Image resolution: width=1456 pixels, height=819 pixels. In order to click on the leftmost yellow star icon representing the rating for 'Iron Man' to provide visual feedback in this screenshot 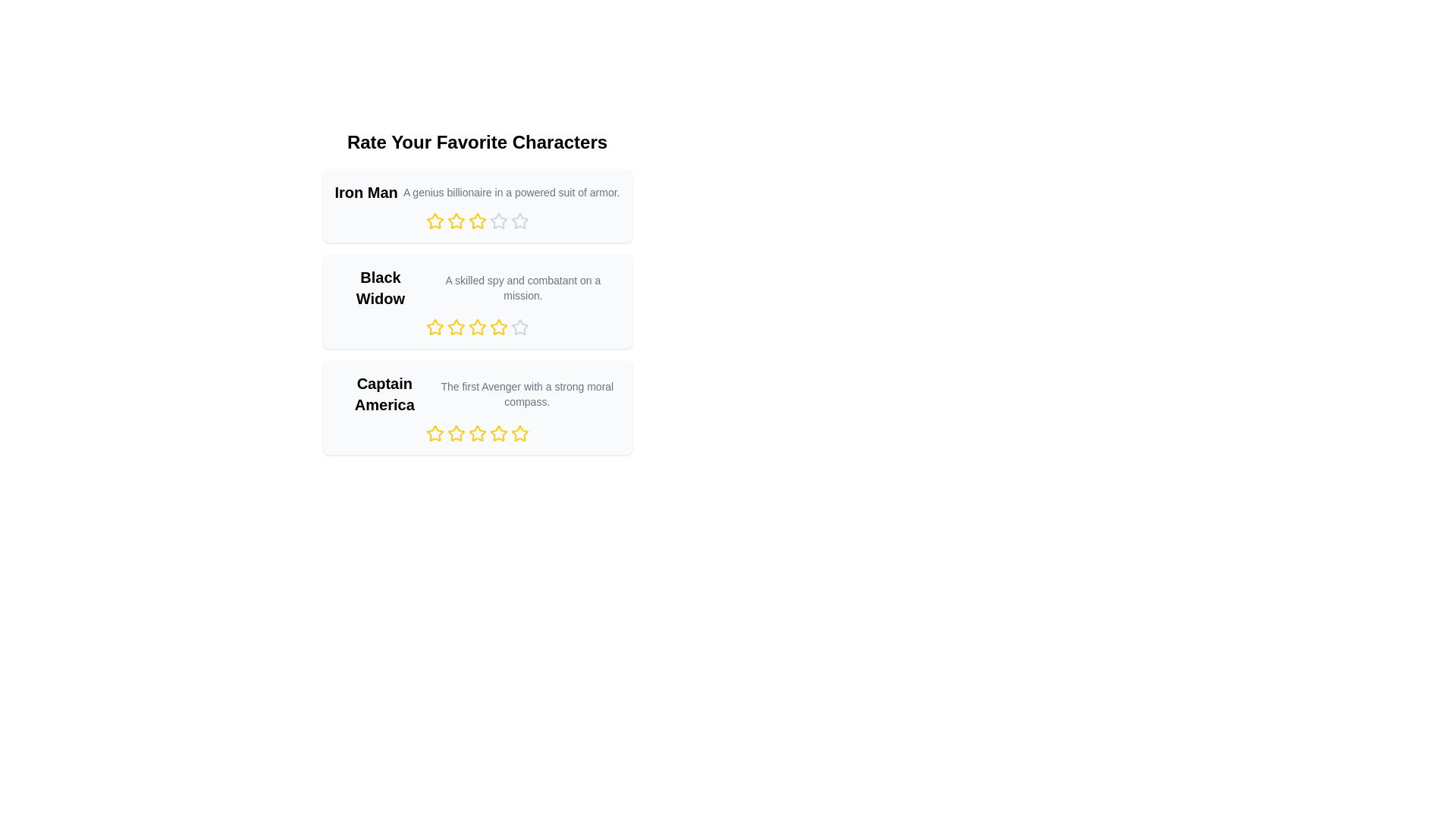, I will do `click(434, 221)`.